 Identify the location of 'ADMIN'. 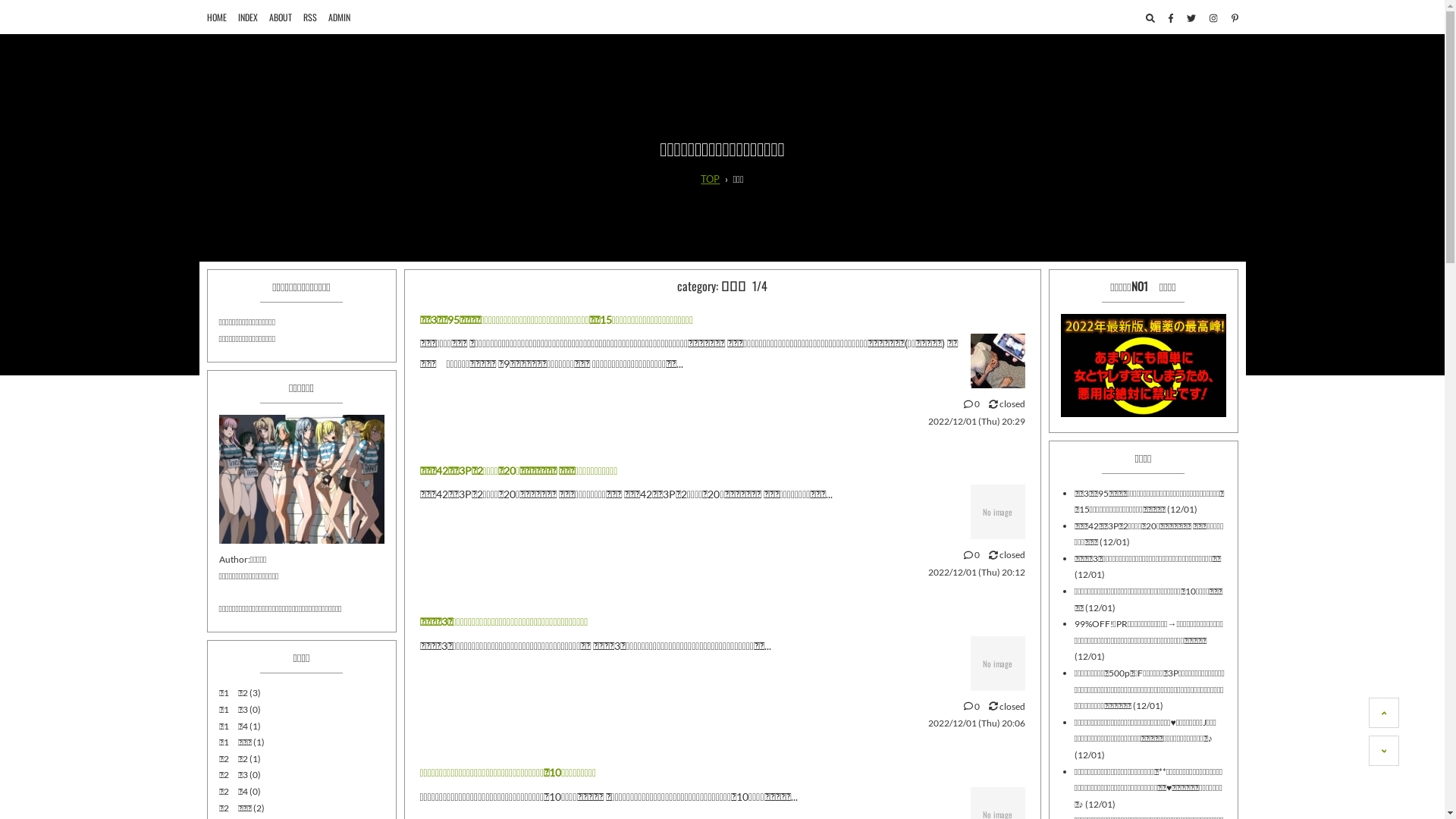
(337, 17).